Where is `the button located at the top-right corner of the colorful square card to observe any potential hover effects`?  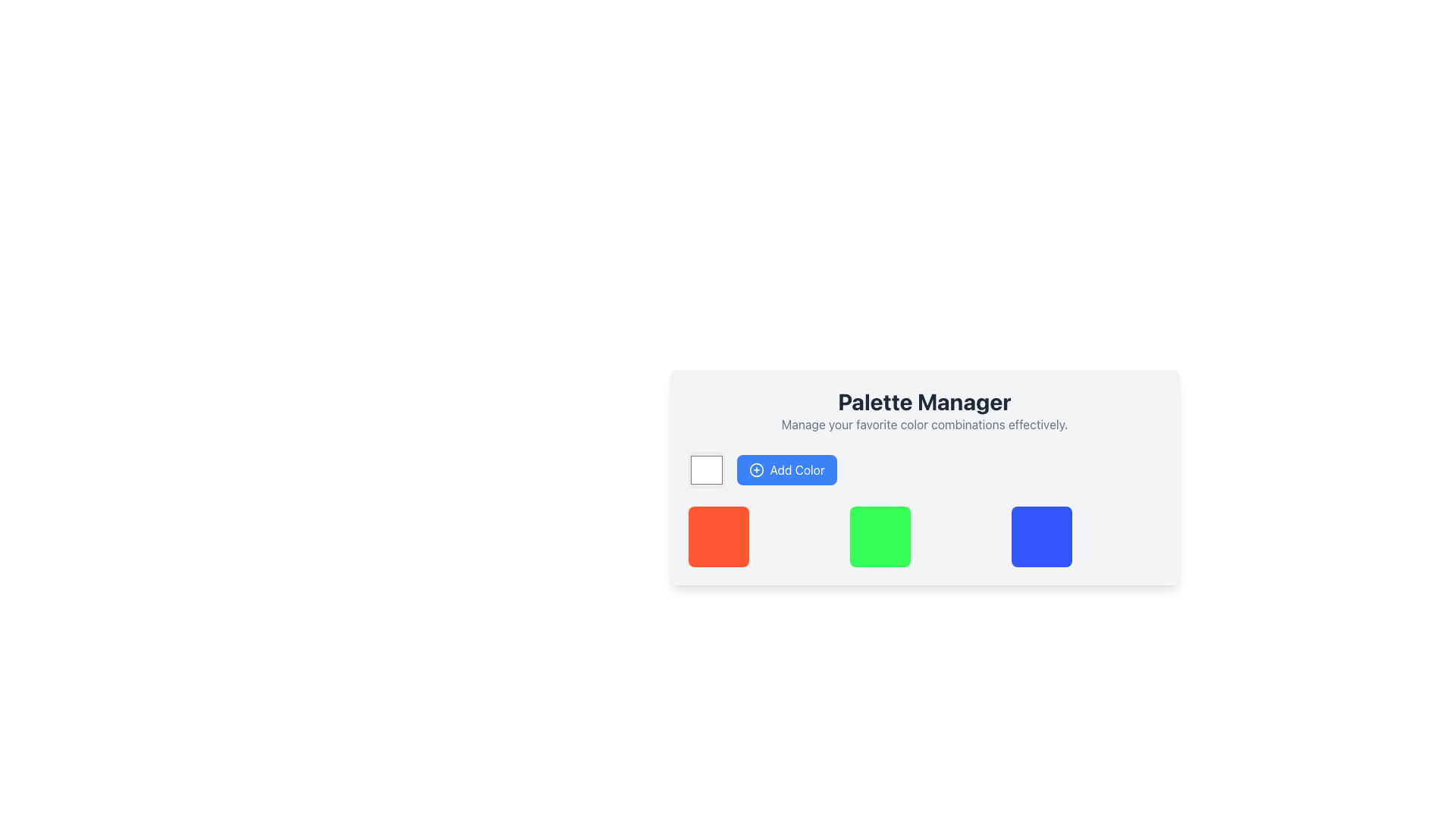 the button located at the top-right corner of the colorful square card to observe any potential hover effects is located at coordinates (1147, 519).